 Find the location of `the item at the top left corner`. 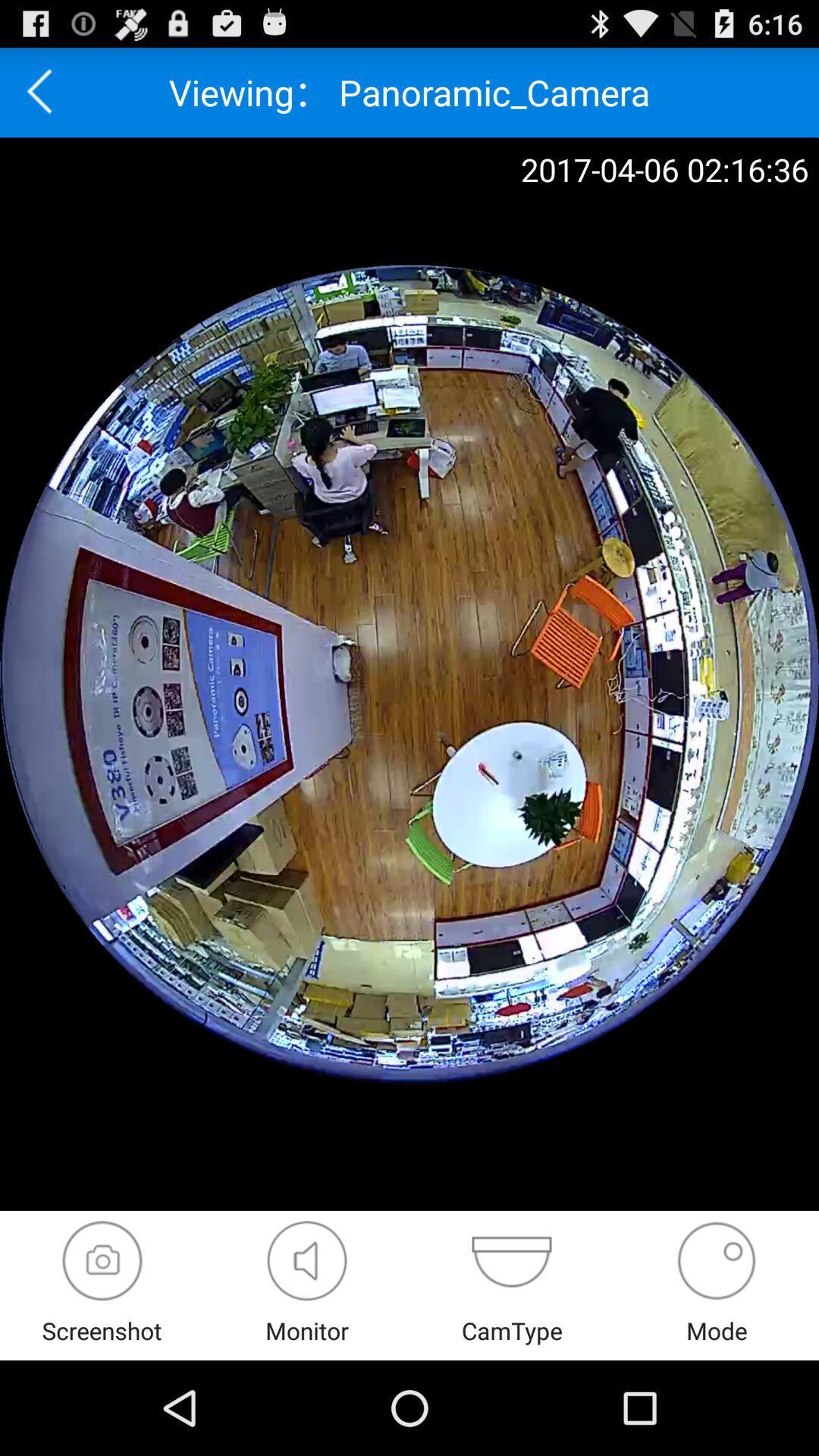

the item at the top left corner is located at coordinates (44, 92).